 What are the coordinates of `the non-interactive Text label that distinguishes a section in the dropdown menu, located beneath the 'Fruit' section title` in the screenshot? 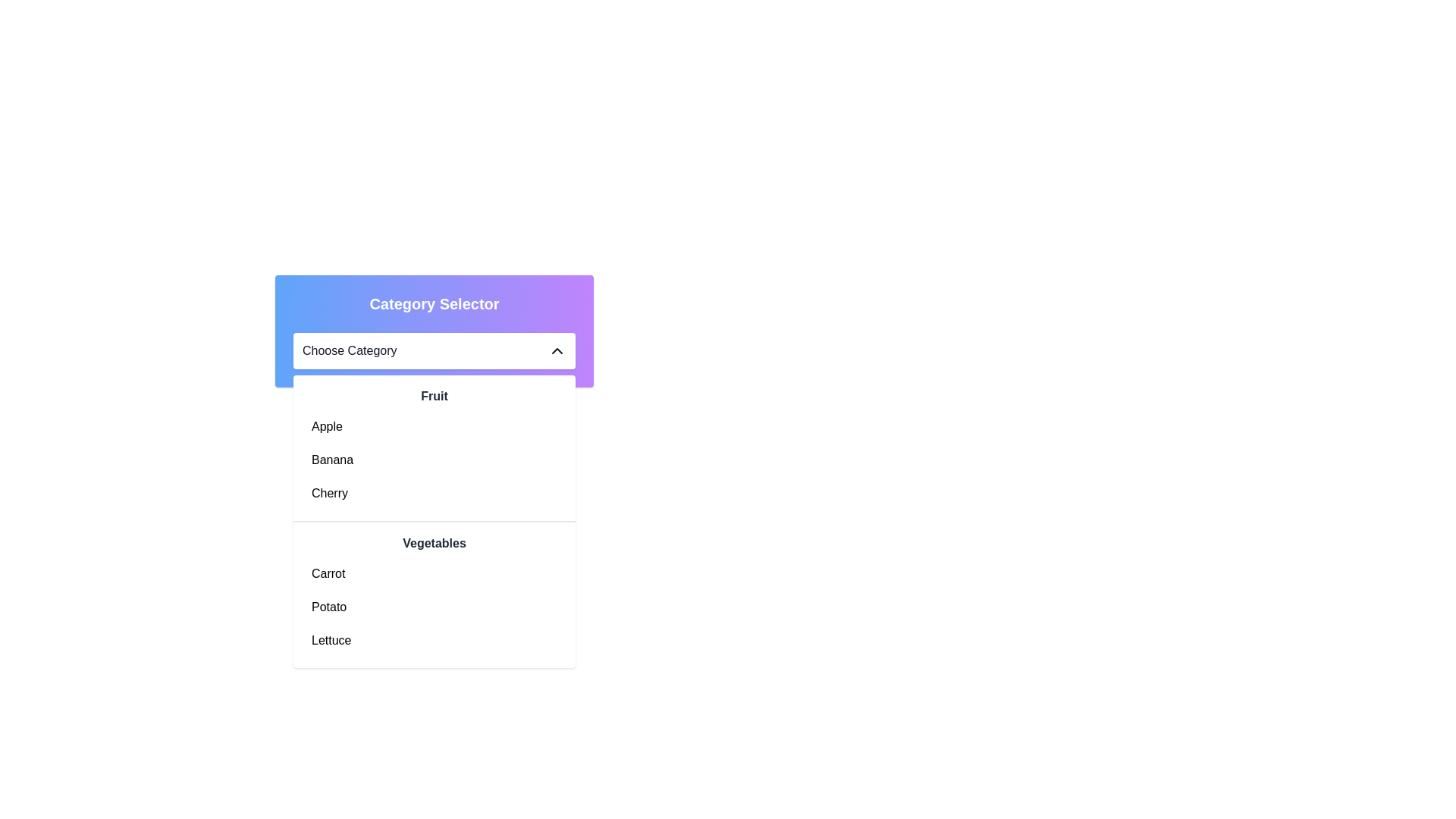 It's located at (433, 543).